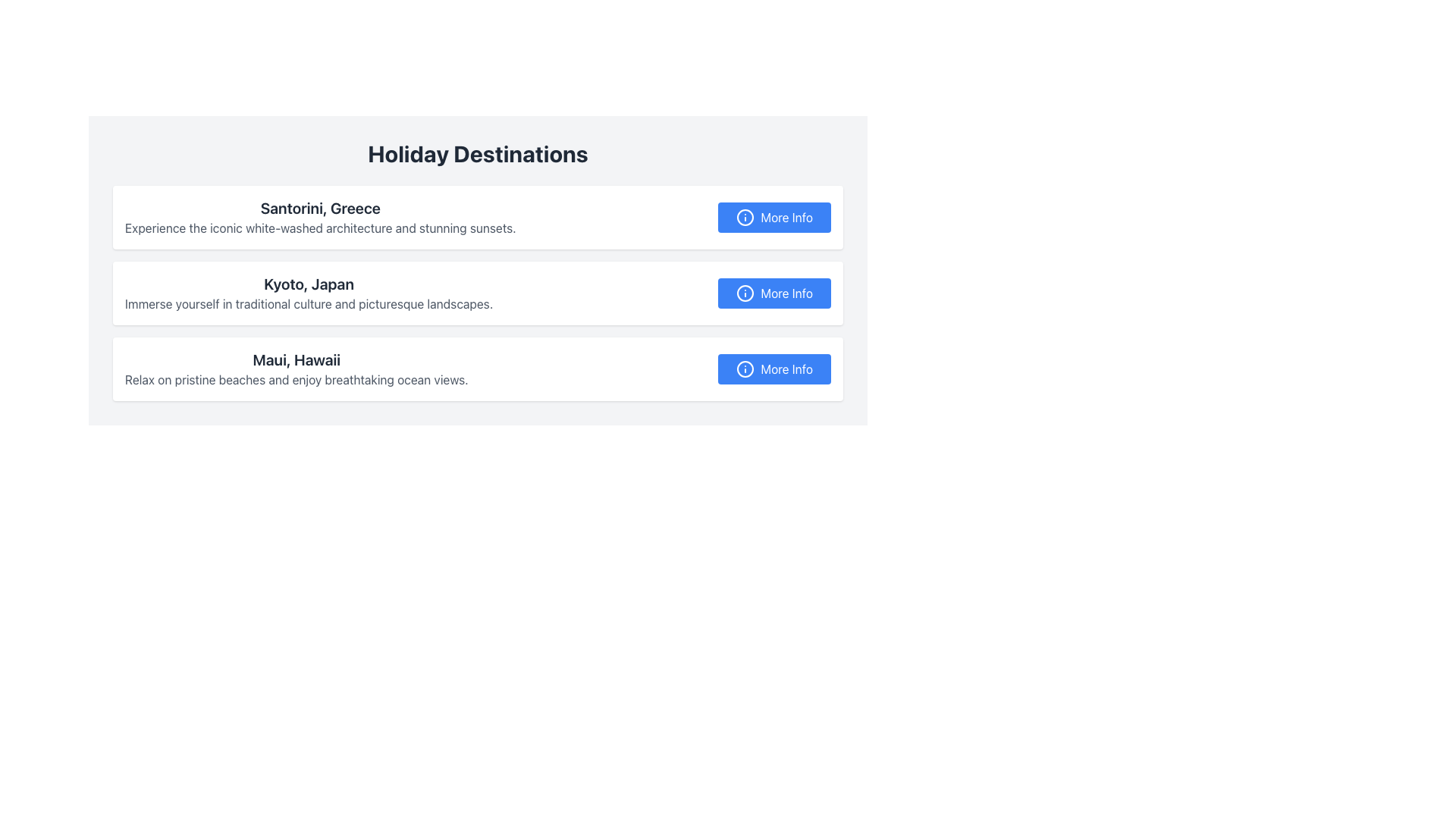 Image resolution: width=1456 pixels, height=819 pixels. What do you see at coordinates (745, 293) in the screenshot?
I see `the informational icon in the shape of a circle with a white 'i' inside, located to the left of the 'More Info' text in the blue button under the 'Holiday Destinations' header` at bounding box center [745, 293].